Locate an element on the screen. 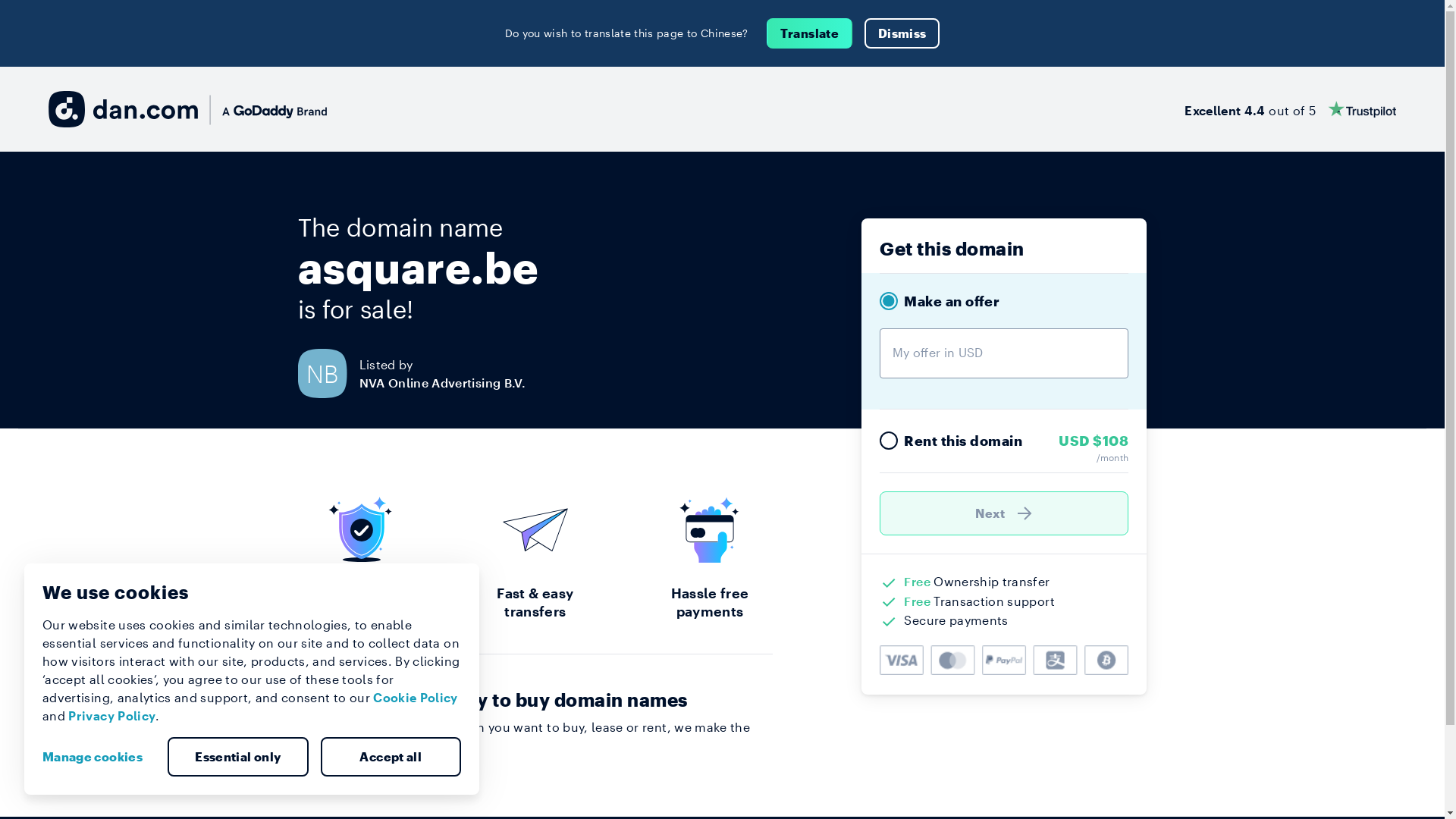  'Translate' is located at coordinates (767, 33).